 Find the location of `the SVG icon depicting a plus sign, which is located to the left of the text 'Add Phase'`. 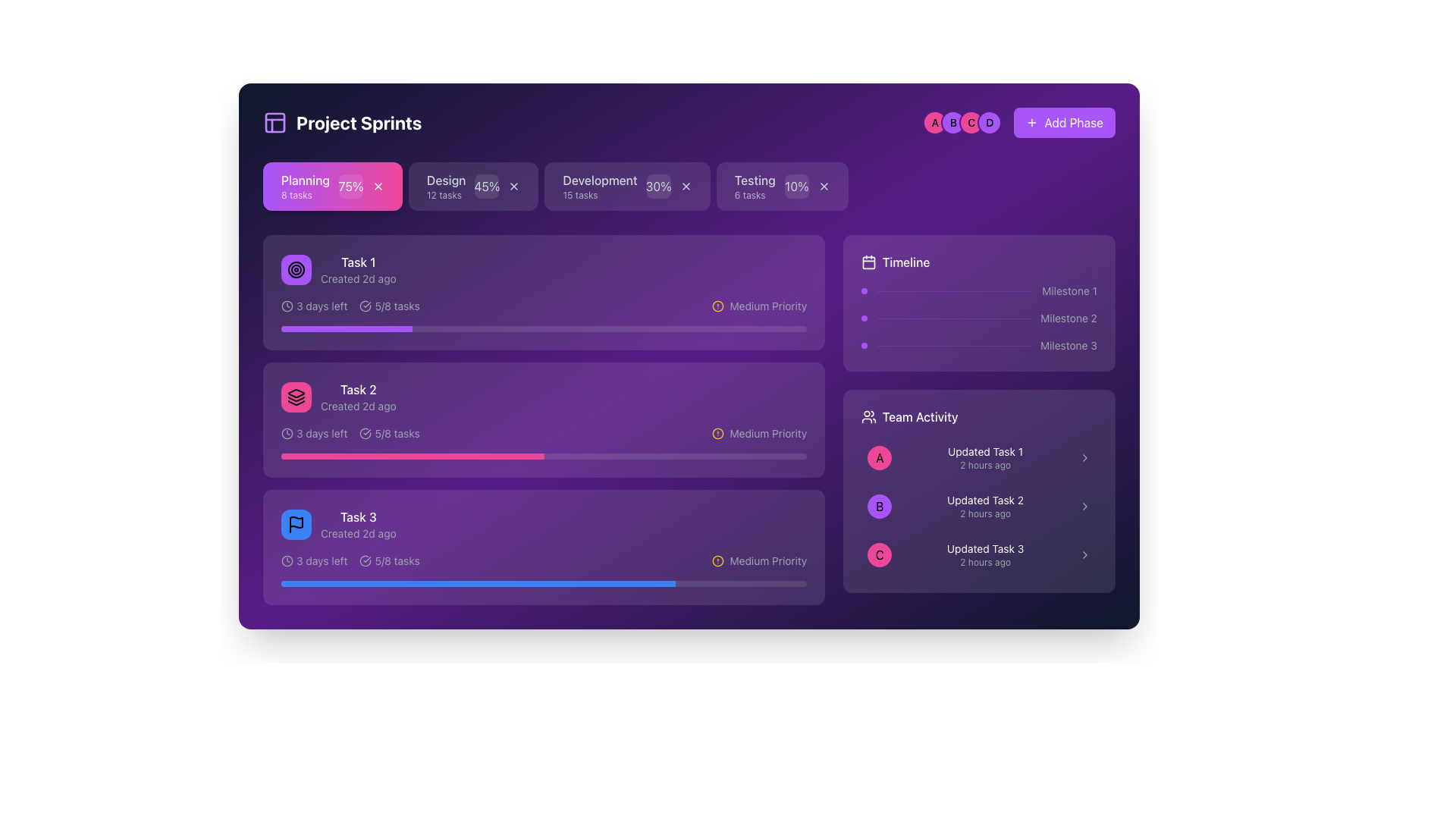

the SVG icon depicting a plus sign, which is located to the left of the text 'Add Phase' is located at coordinates (1031, 122).